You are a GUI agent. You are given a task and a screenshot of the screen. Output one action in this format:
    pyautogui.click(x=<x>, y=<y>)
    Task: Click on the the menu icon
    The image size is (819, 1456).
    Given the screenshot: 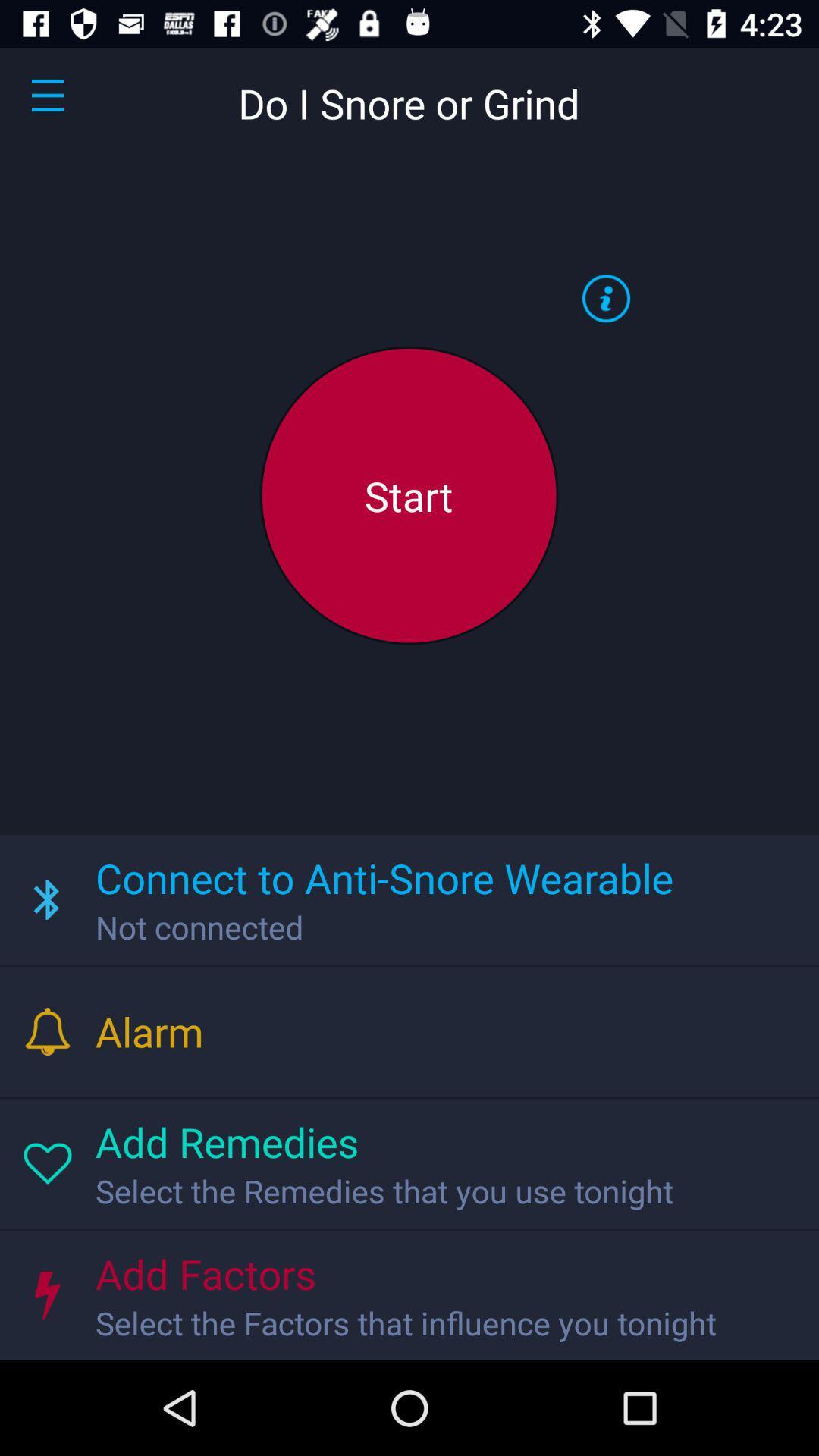 What is the action you would take?
    pyautogui.click(x=46, y=94)
    